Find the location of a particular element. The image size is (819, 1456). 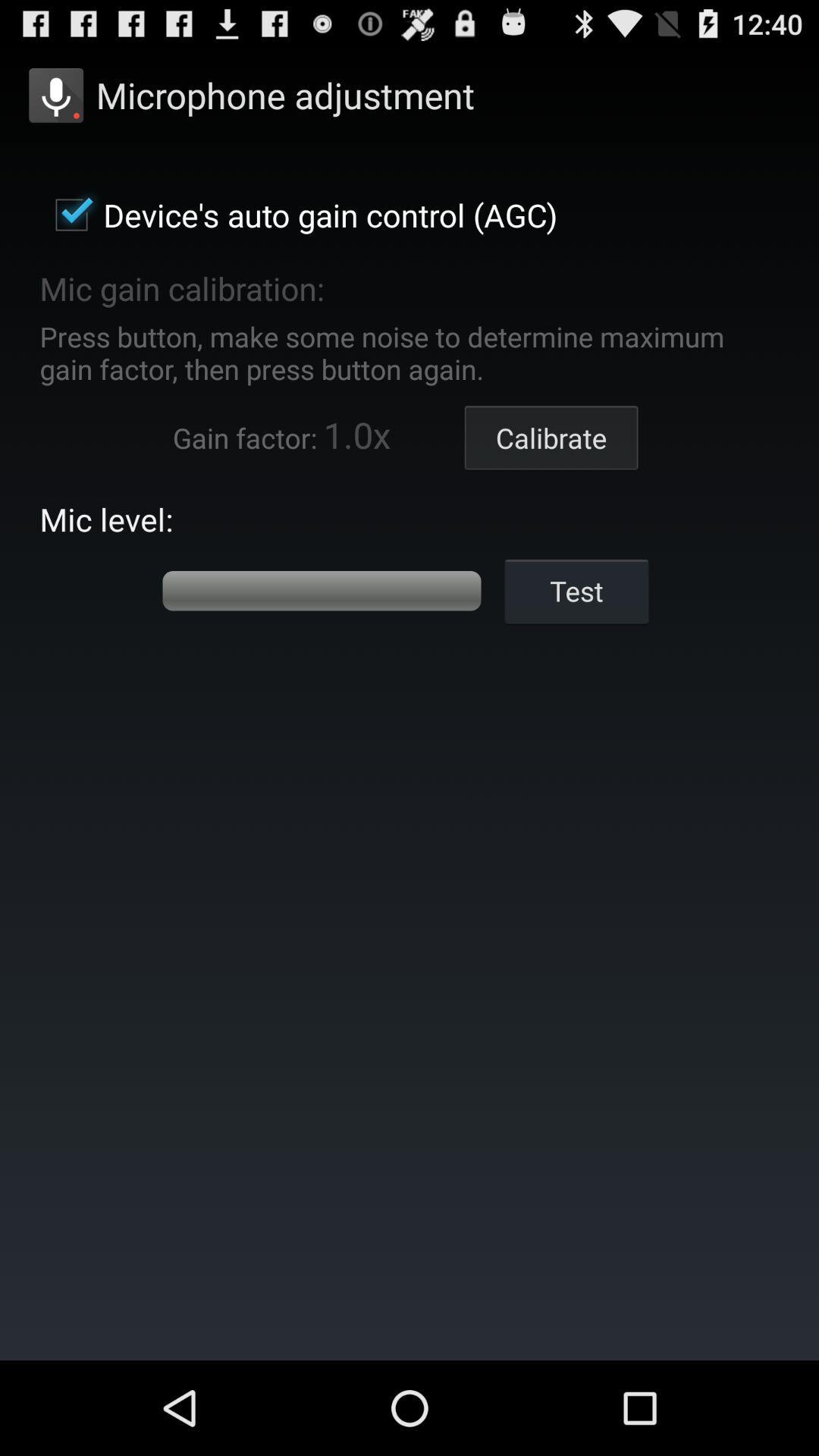

test on the right is located at coordinates (576, 590).